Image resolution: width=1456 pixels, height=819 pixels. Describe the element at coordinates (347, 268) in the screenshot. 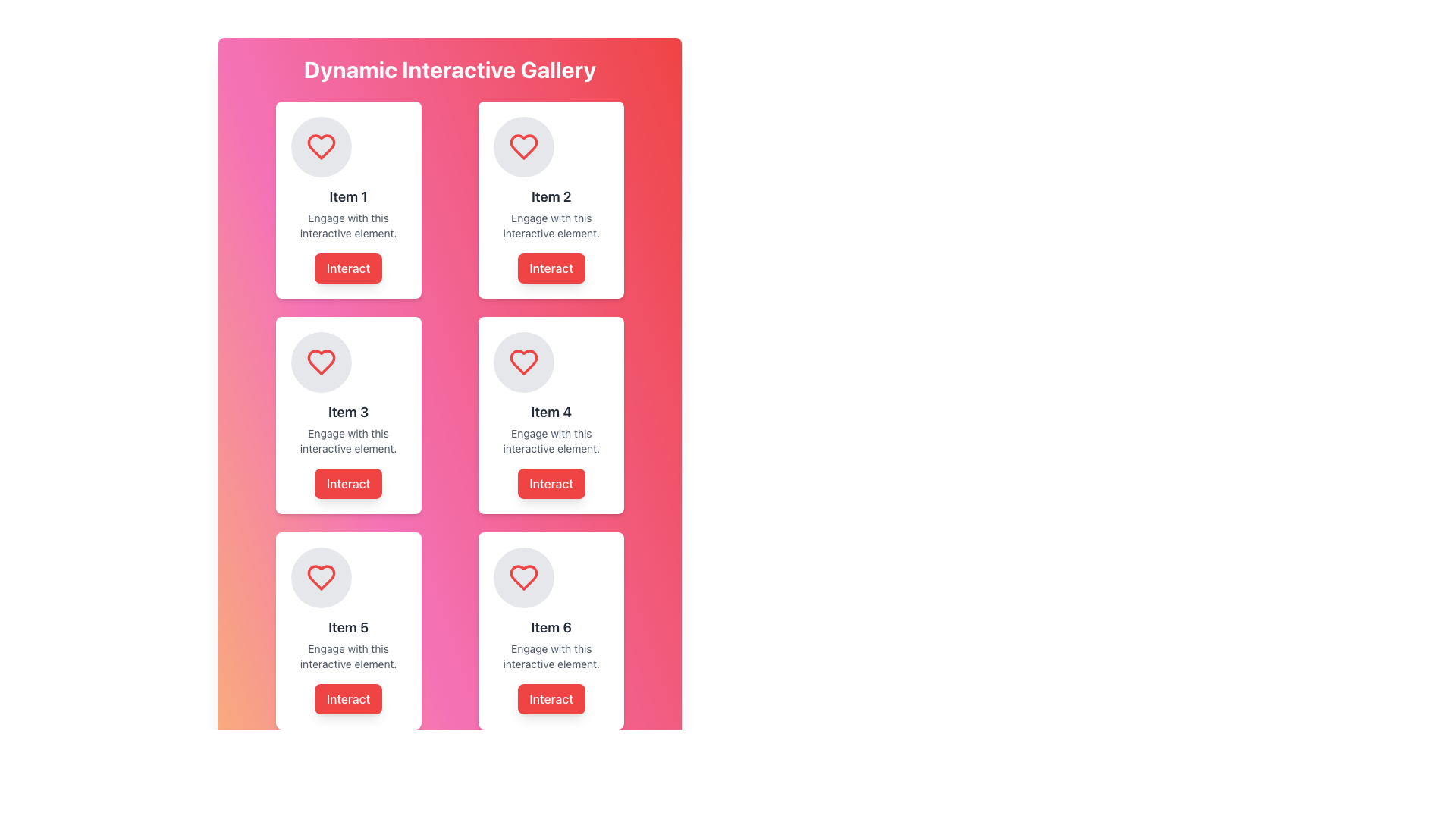

I see `keyboard navigation` at that location.